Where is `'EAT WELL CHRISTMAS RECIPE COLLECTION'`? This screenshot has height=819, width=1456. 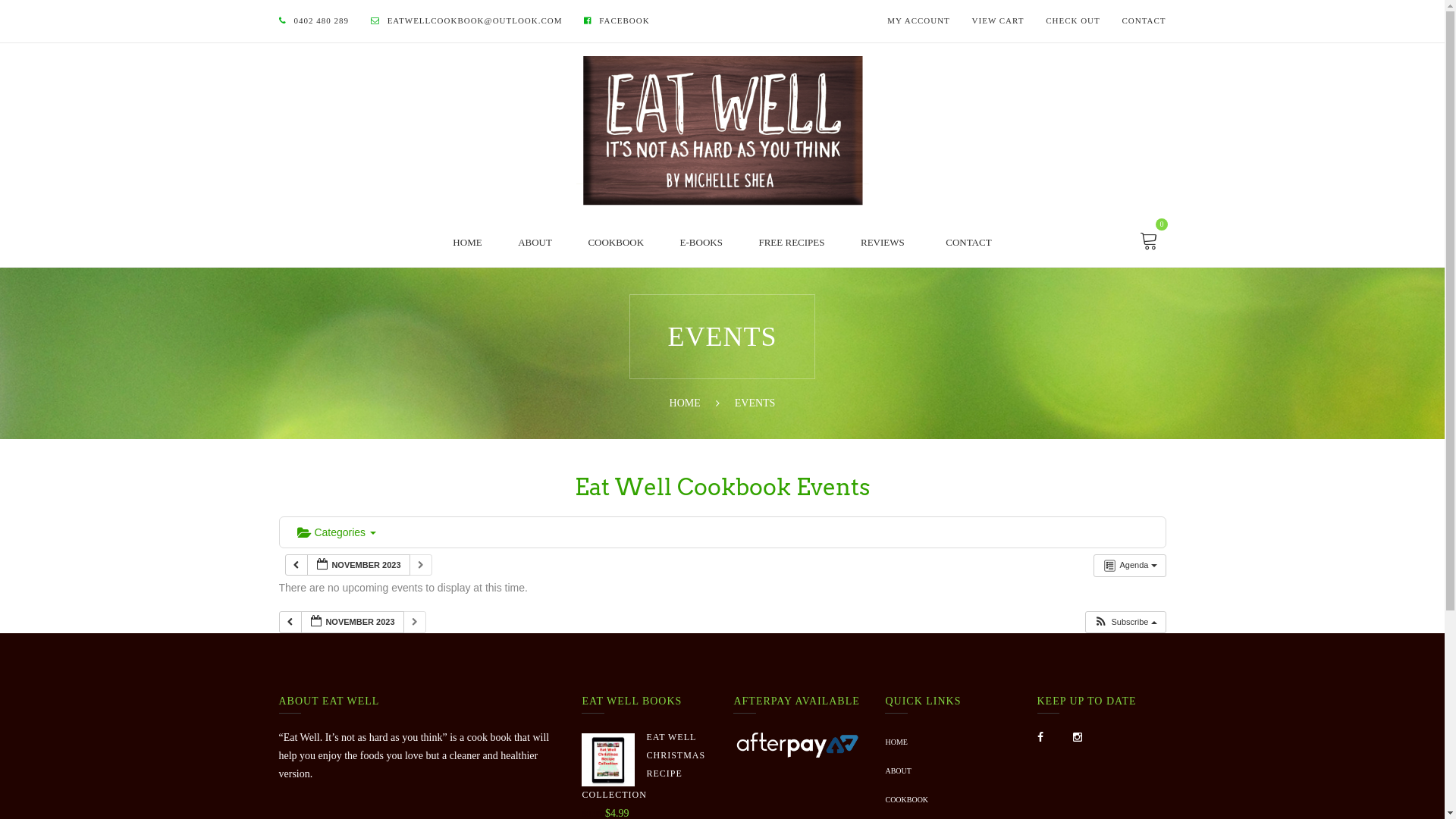 'EAT WELL CHRISTMAS RECIPE COLLECTION' is located at coordinates (645, 766).